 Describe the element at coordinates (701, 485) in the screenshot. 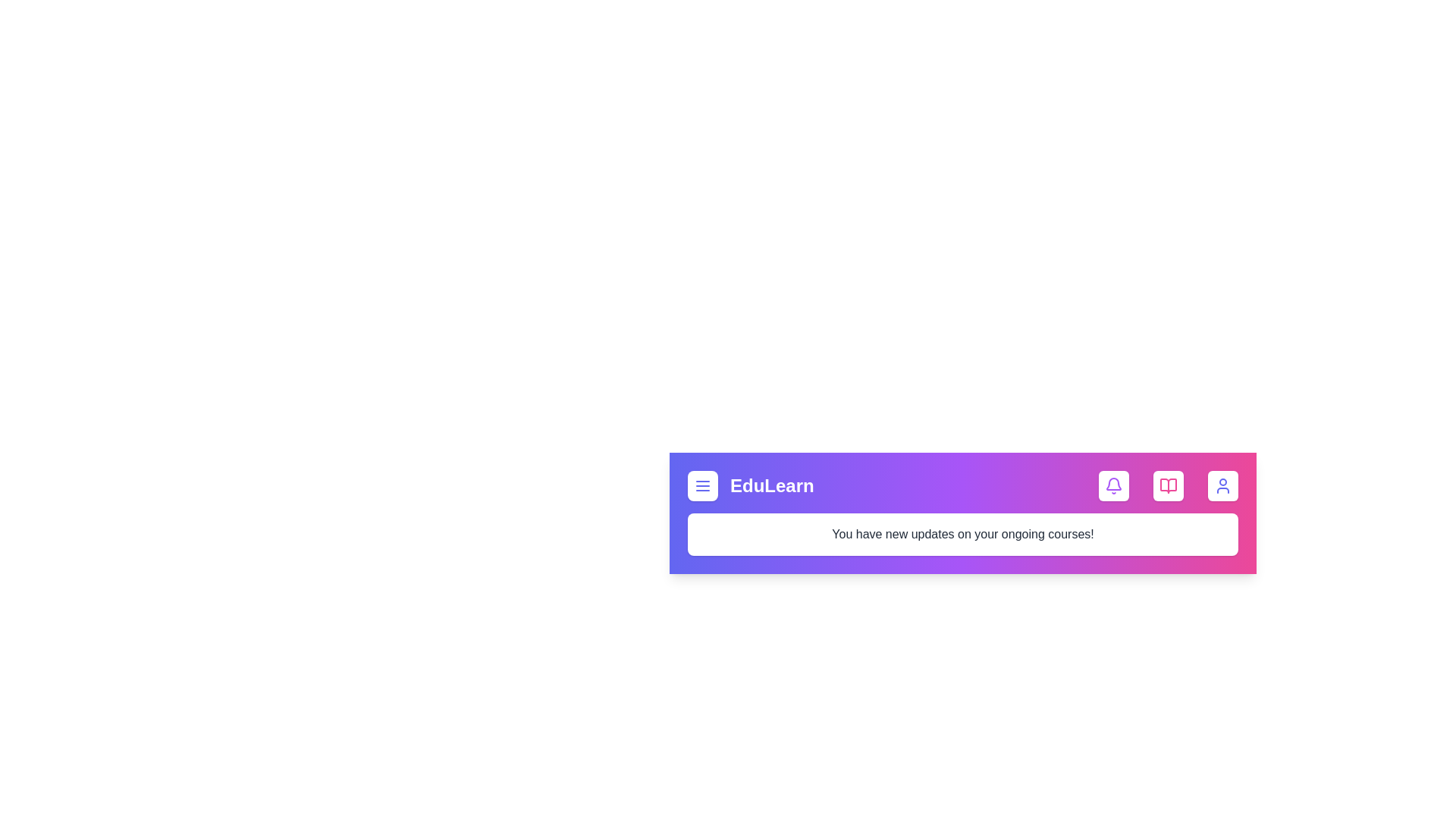

I see `the menu button to open the navigation menu` at that location.